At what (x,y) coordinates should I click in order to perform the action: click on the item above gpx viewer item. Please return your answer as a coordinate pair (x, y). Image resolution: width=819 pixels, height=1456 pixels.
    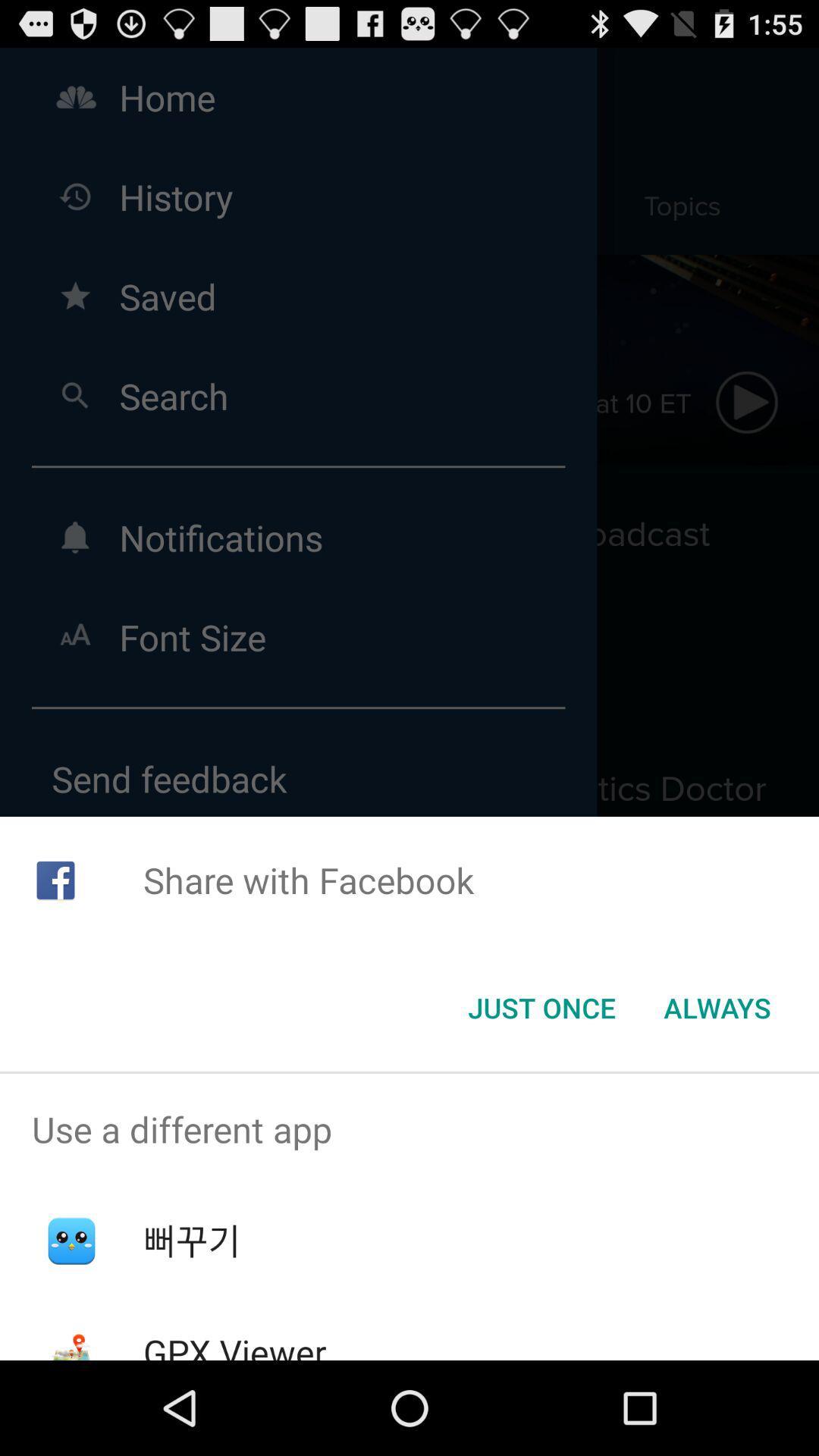
    Looking at the image, I should click on (191, 1241).